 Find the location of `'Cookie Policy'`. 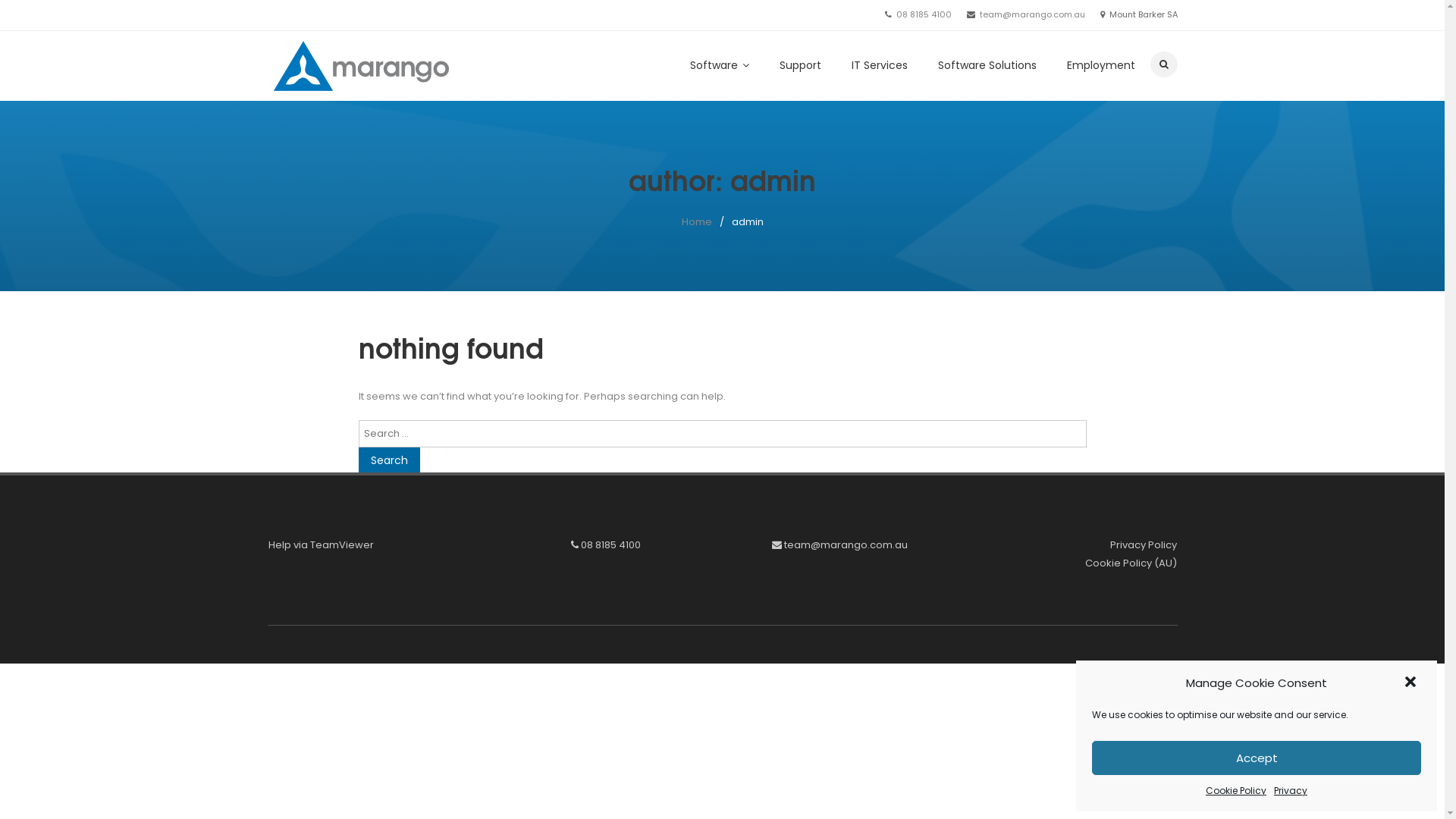

'Cookie Policy' is located at coordinates (1204, 789).